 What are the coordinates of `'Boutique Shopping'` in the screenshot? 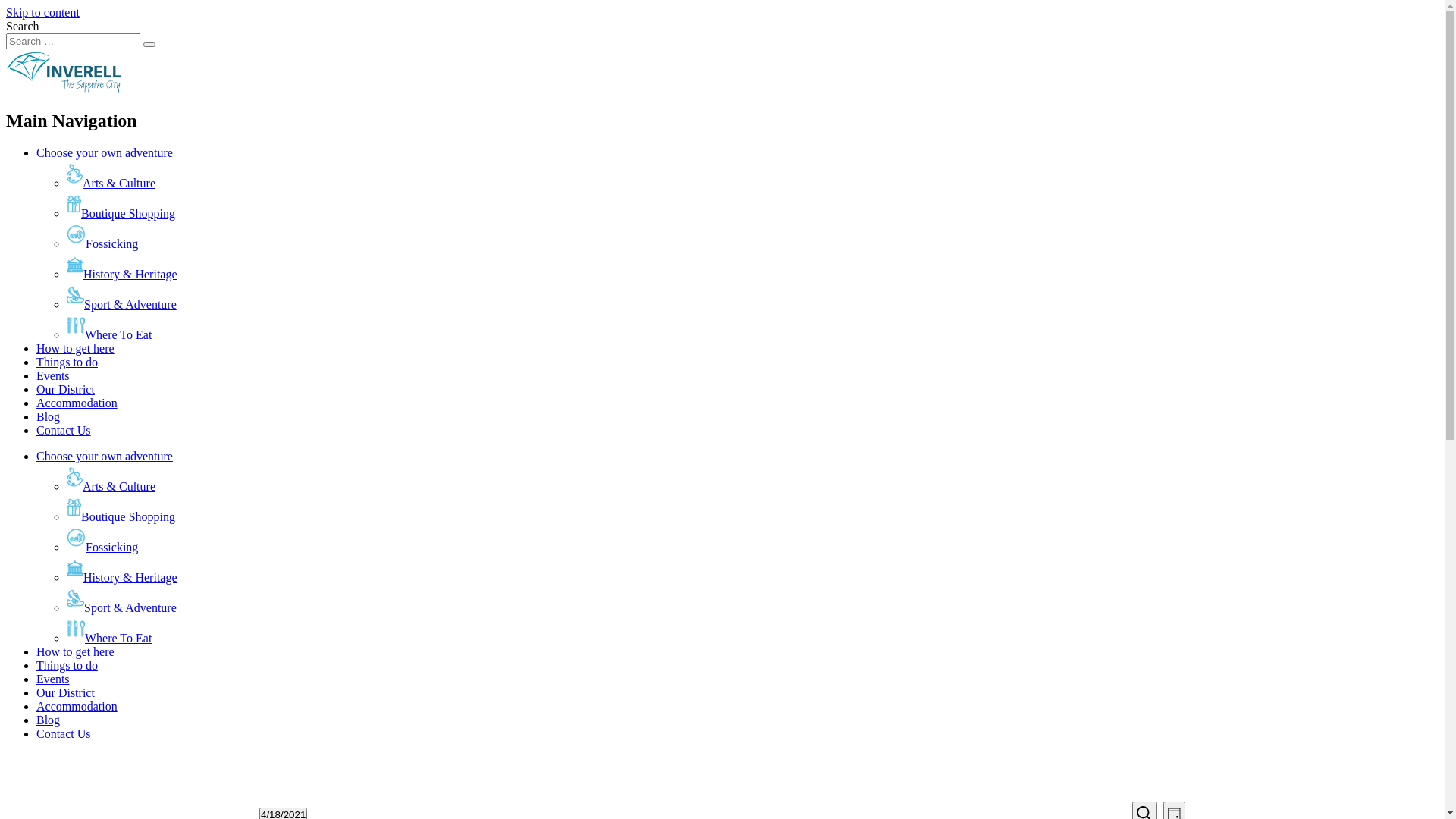 It's located at (120, 213).